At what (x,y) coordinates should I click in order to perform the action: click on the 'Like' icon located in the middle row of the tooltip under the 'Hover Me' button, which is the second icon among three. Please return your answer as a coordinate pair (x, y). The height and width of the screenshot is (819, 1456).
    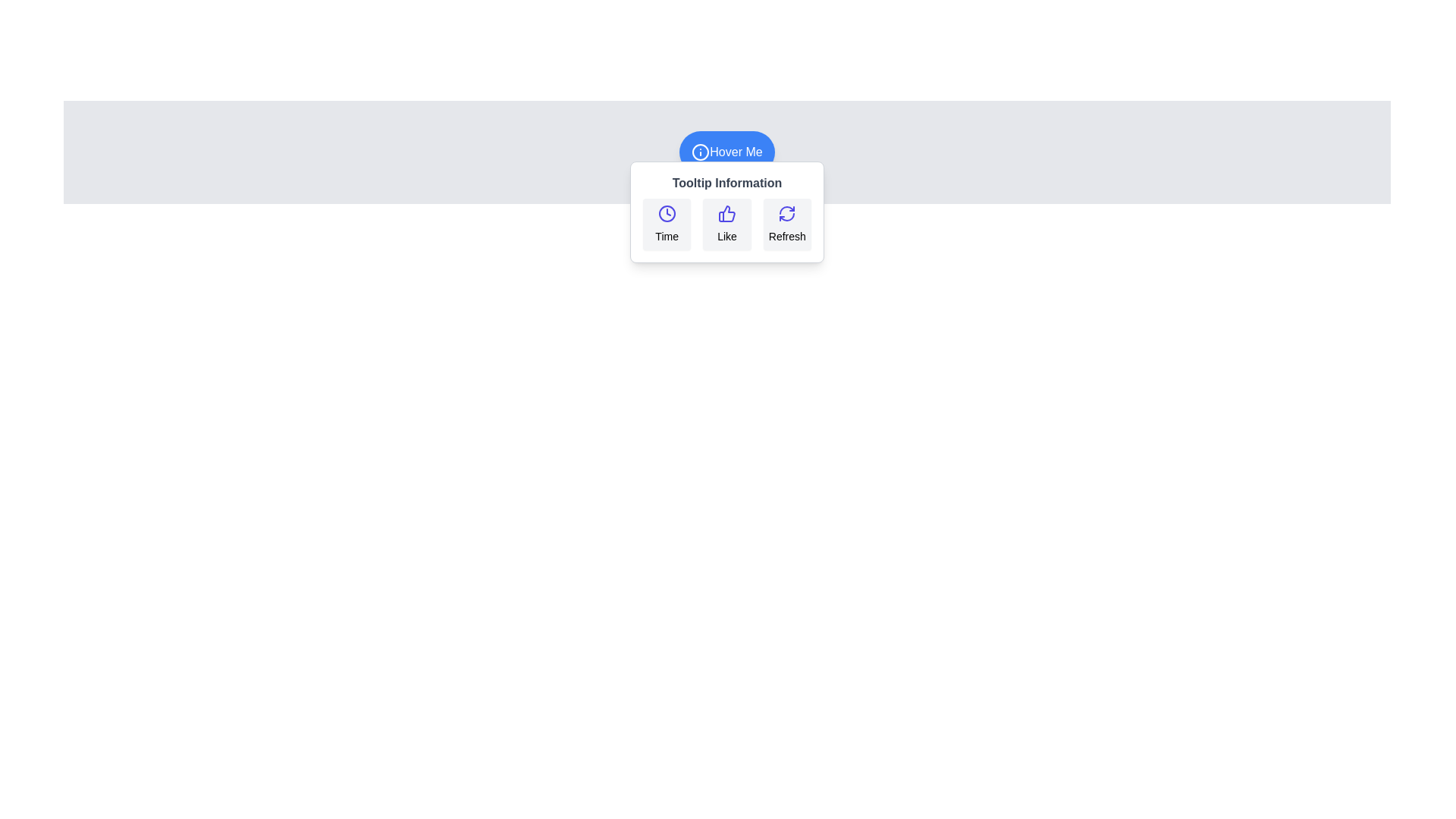
    Looking at the image, I should click on (726, 213).